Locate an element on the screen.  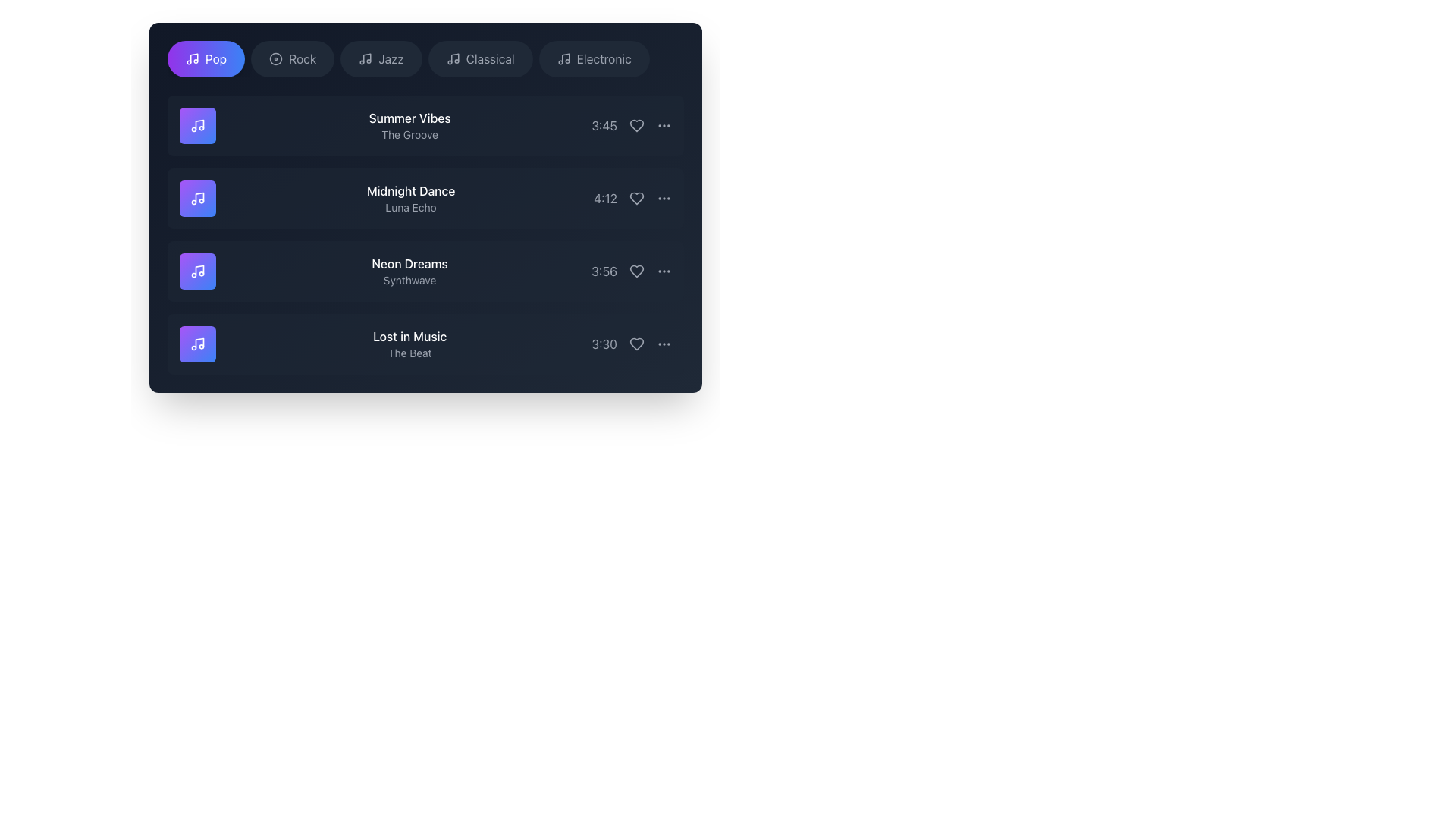
the musical note stem icon within the circular 'Pop' button located at the top left corner of the music interface is located at coordinates (193, 57).